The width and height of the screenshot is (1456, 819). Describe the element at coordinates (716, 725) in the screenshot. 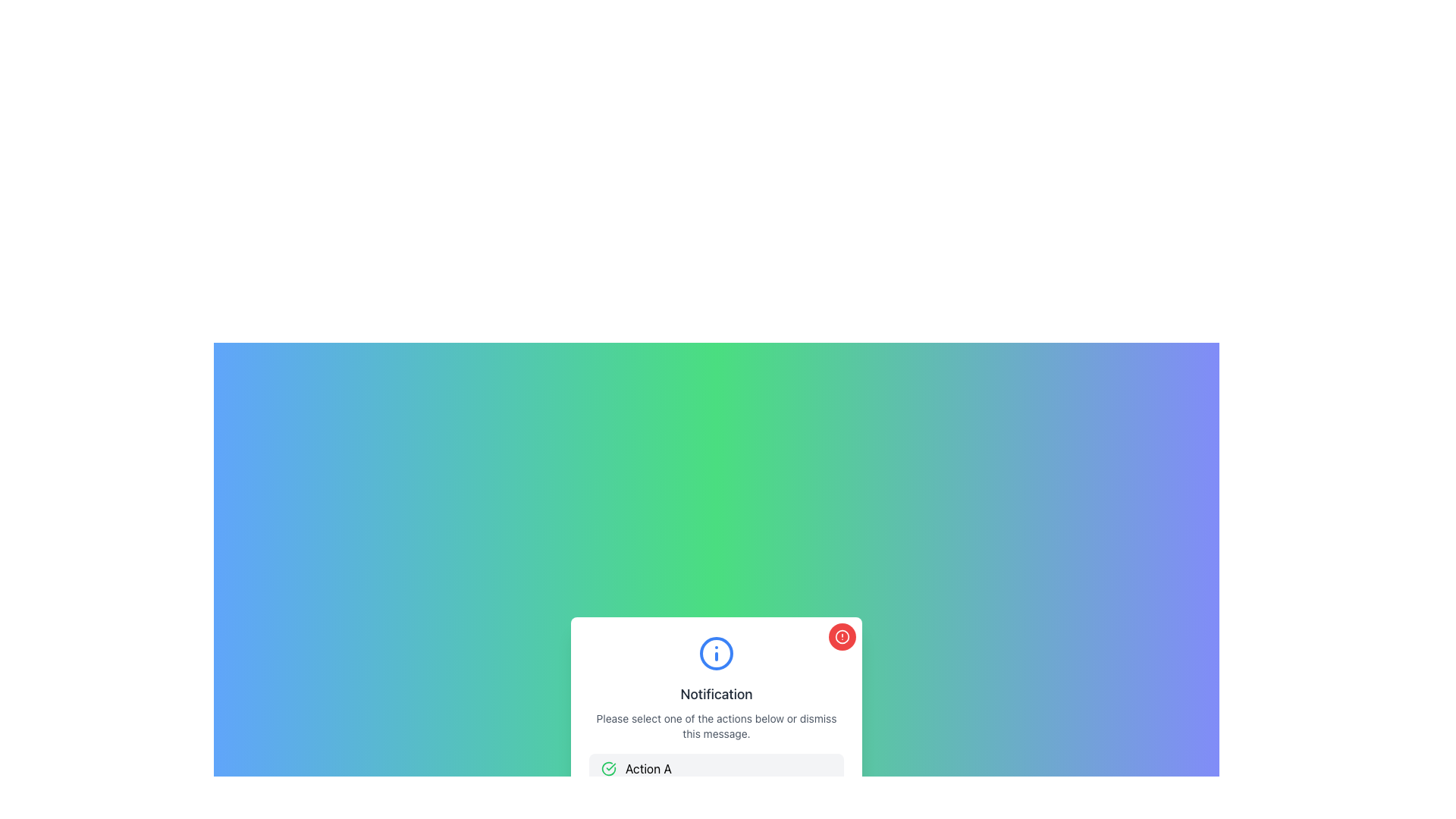

I see `the instructional text styled in gray, located below the 'Notification' header, which reads 'Please select one of the actions below or dismiss this message.'` at that location.